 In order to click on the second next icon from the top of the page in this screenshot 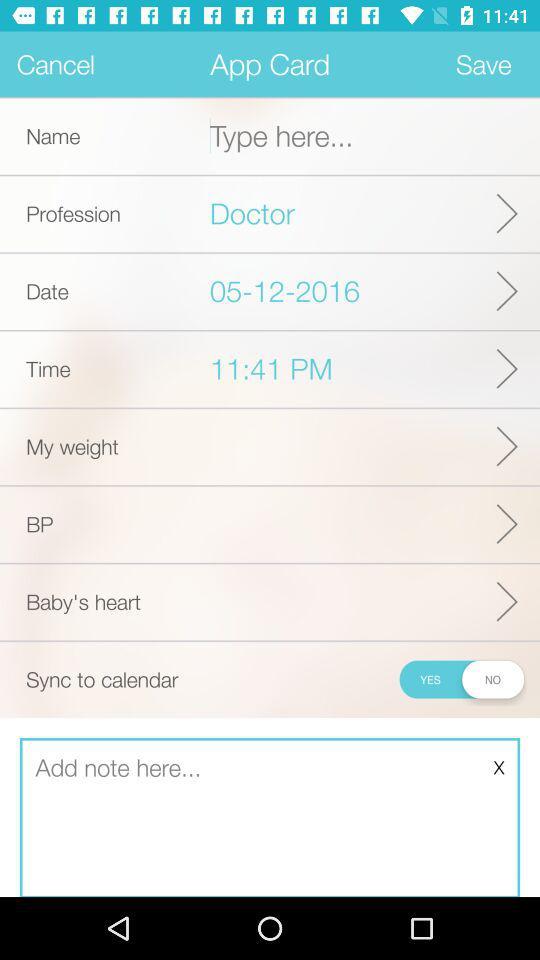, I will do `click(507, 290)`.